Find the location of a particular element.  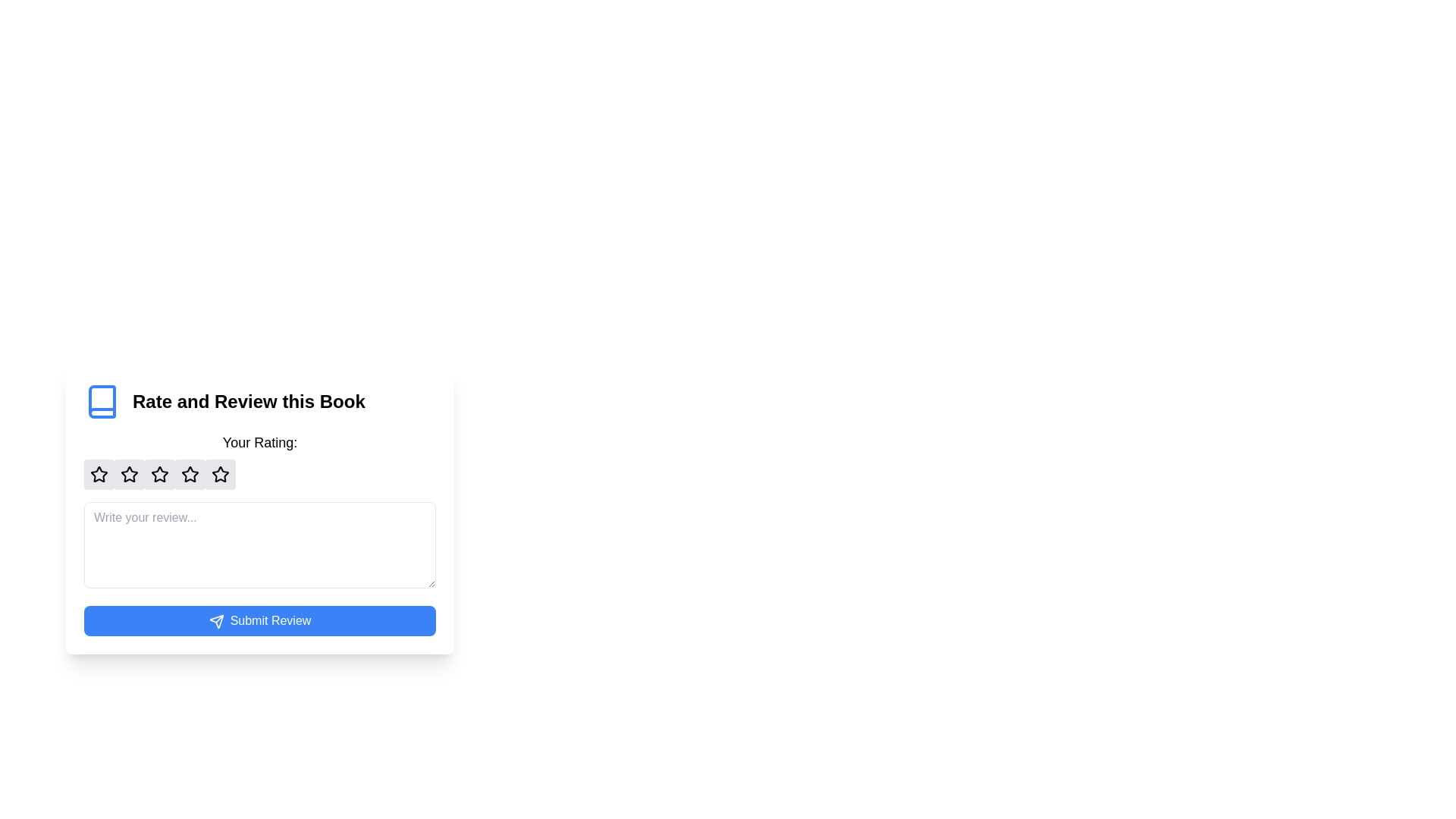

the label prompting the user to provide a rating for the book, located above the star icons in the 'Rate and Review this Book' section is located at coordinates (259, 442).